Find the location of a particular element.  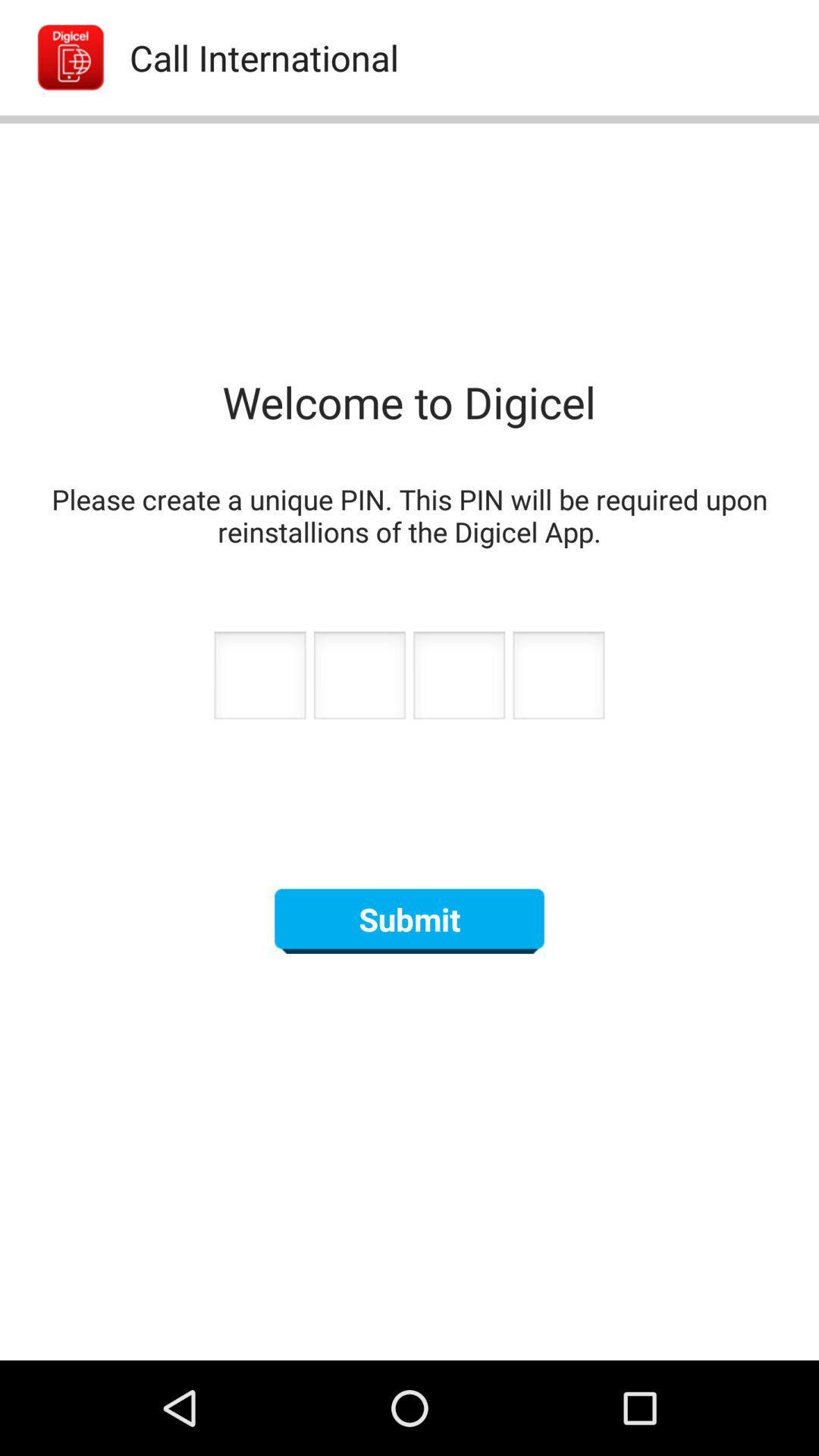

icon next to call international app is located at coordinates (54, 58).